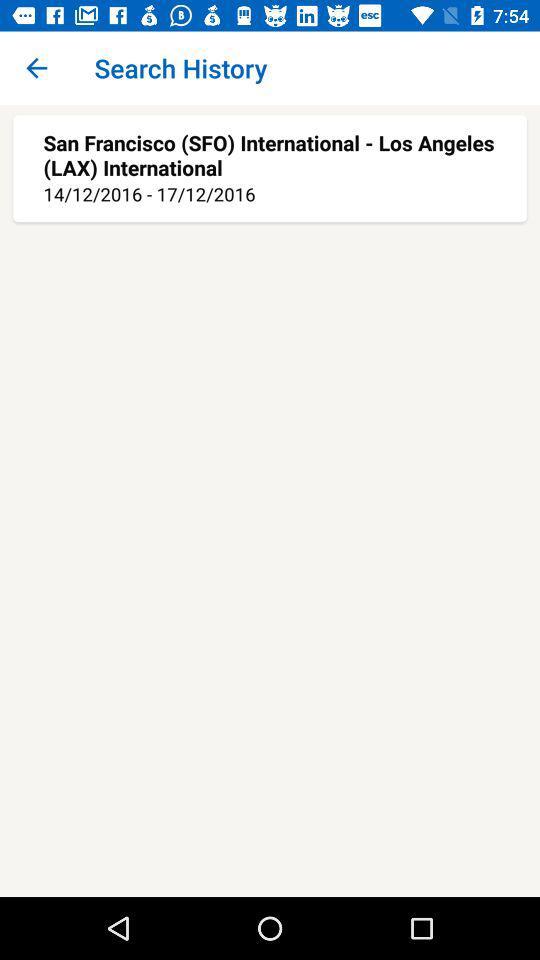  Describe the element at coordinates (36, 68) in the screenshot. I see `the item above the san francisco sfo item` at that location.